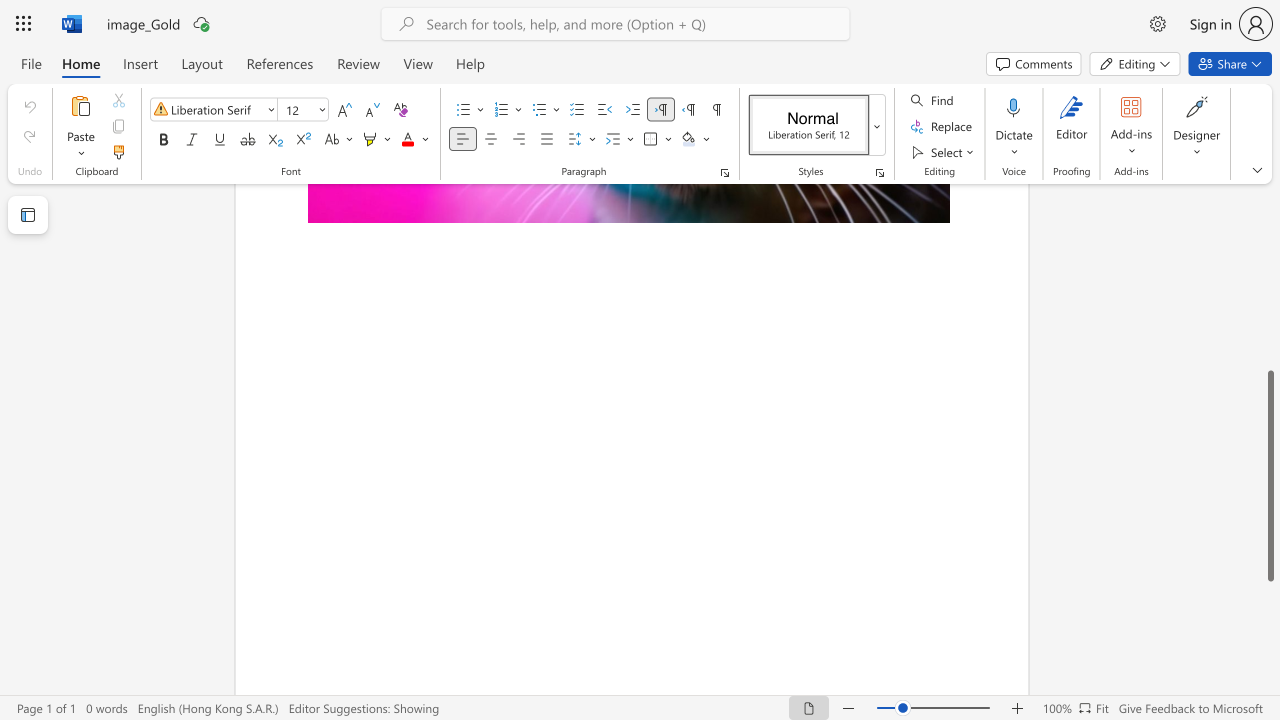 This screenshot has width=1280, height=720. Describe the element at coordinates (1269, 228) in the screenshot. I see `the scrollbar on the right to move the page upward` at that location.